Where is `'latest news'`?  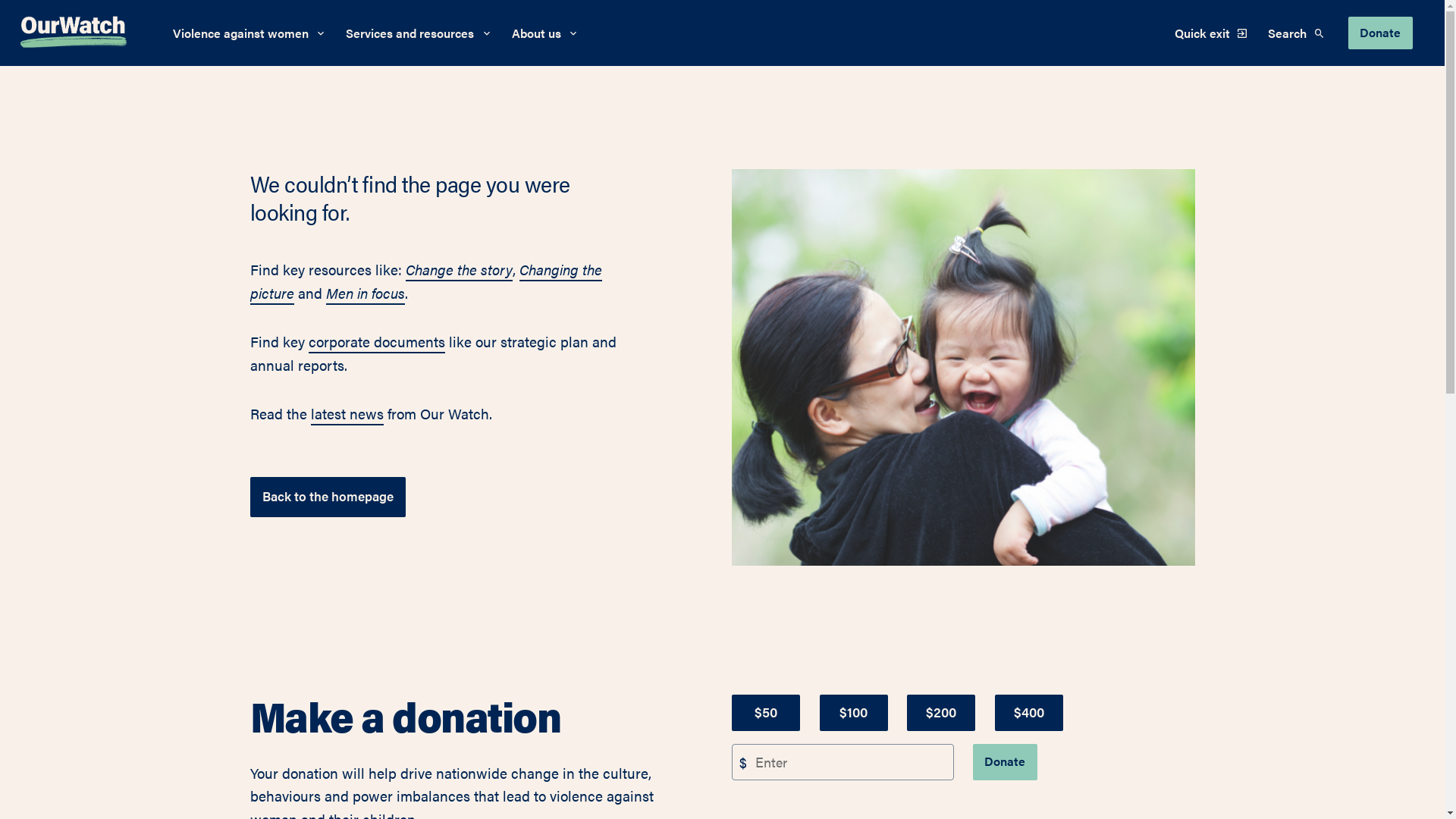
'latest news' is located at coordinates (346, 414).